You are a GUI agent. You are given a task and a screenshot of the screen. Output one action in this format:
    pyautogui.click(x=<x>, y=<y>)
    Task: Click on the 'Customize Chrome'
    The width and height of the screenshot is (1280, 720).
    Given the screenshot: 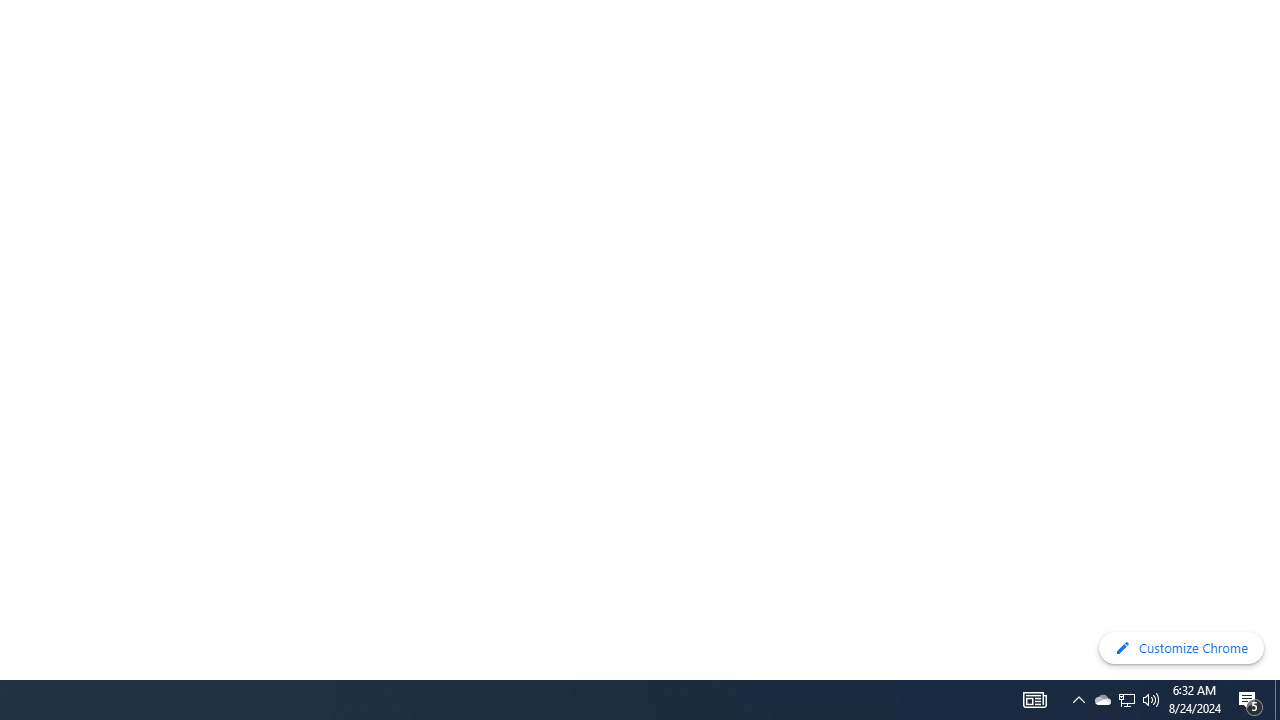 What is the action you would take?
    pyautogui.click(x=1181, y=648)
    